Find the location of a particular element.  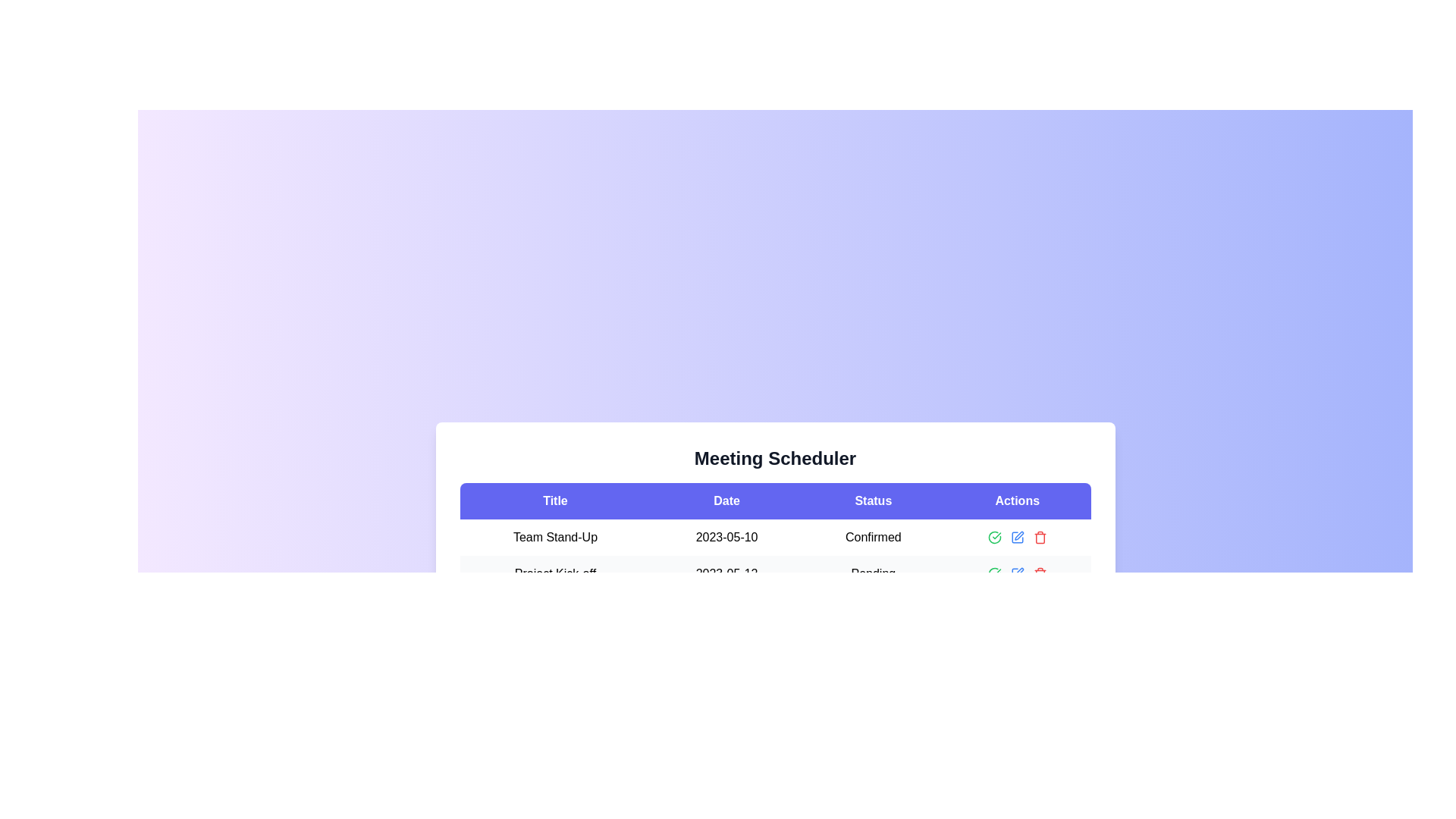

the icon button resembling a square outline, located as the second icon from the left in its action group is located at coordinates (1017, 573).